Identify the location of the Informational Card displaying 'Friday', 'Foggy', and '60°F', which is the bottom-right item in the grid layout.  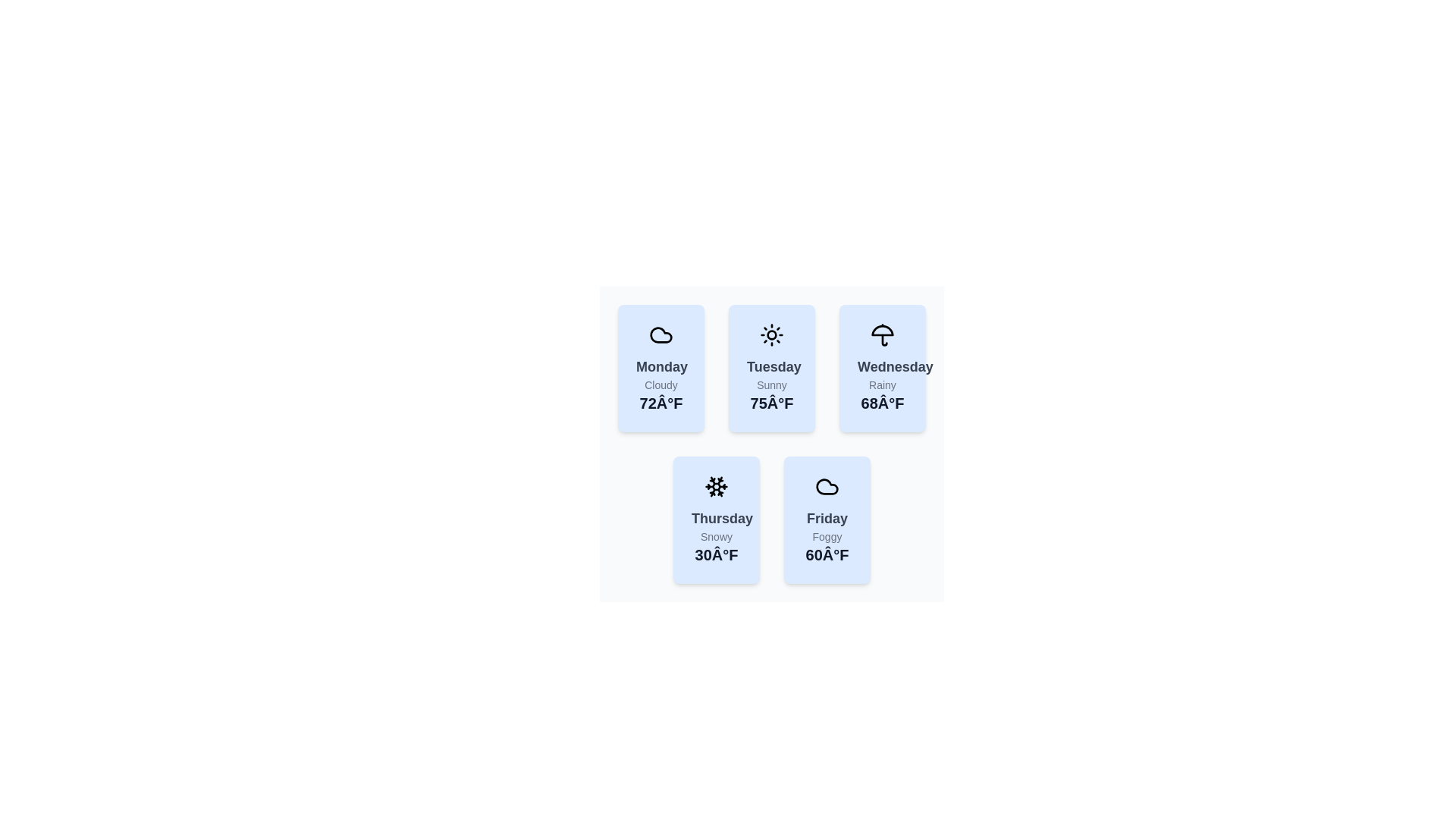
(826, 519).